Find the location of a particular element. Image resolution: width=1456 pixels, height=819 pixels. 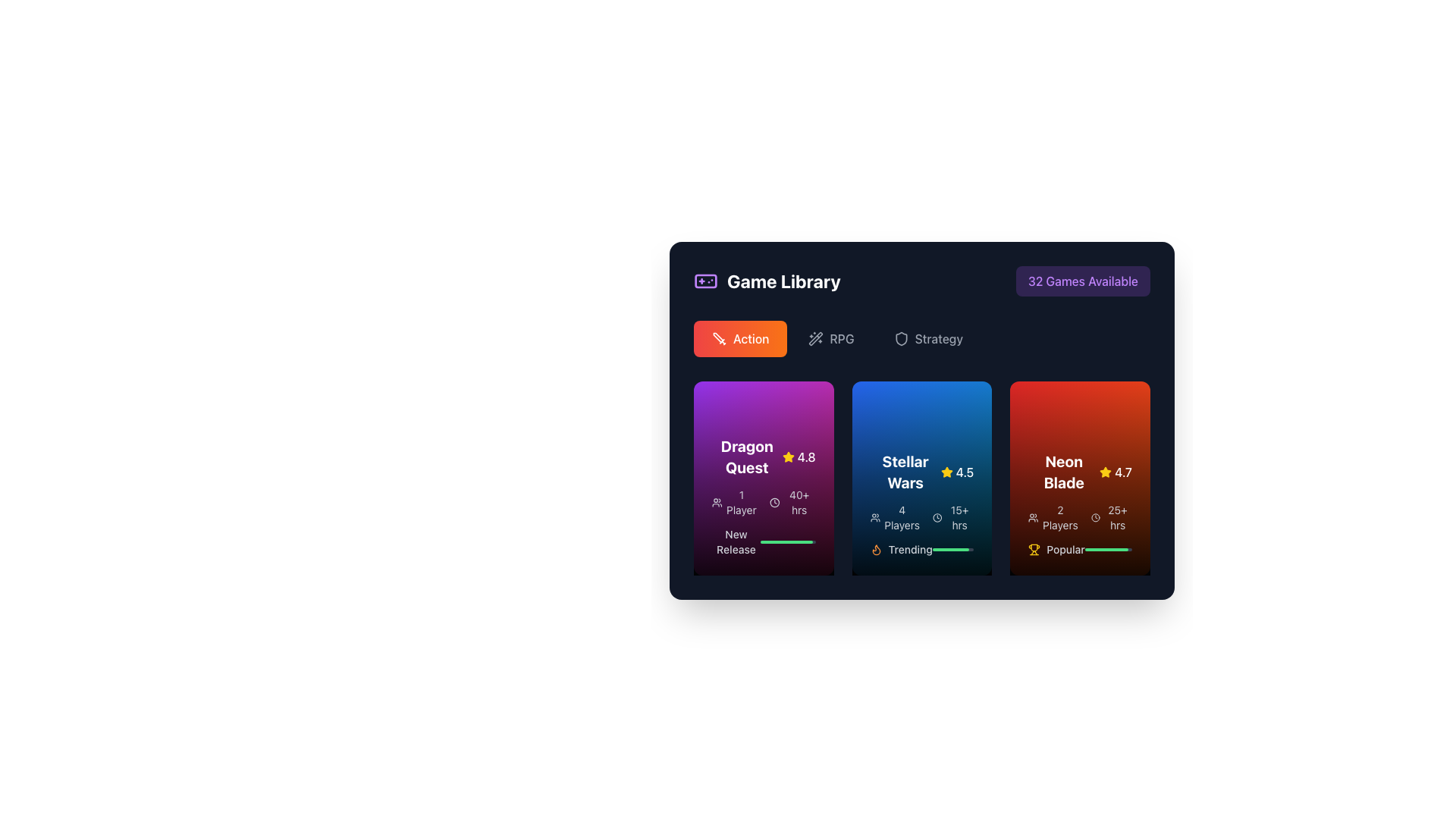

the 'RPG' category label is located at coordinates (841, 338).